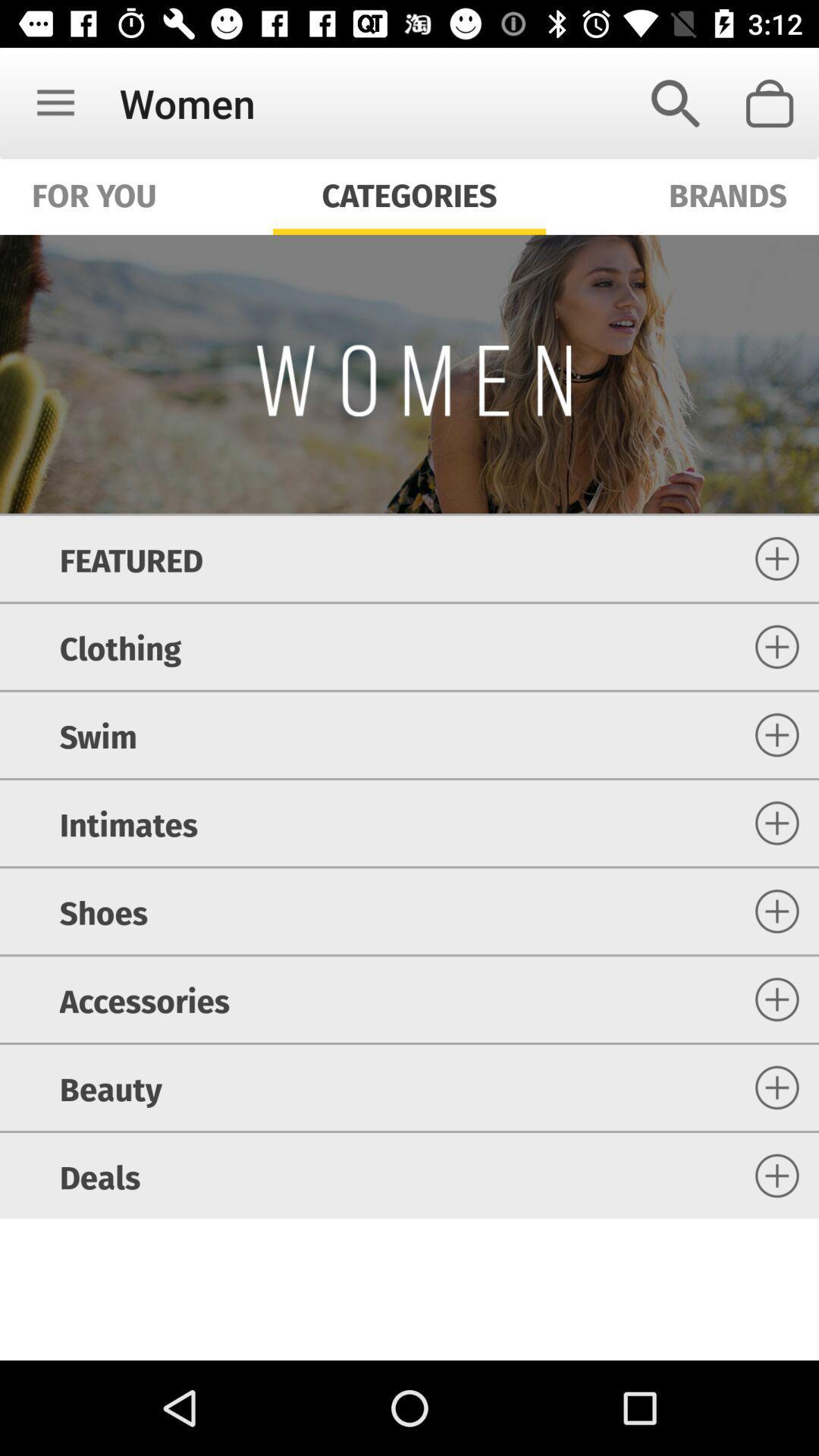  I want to click on item above the deals, so click(110, 1087).